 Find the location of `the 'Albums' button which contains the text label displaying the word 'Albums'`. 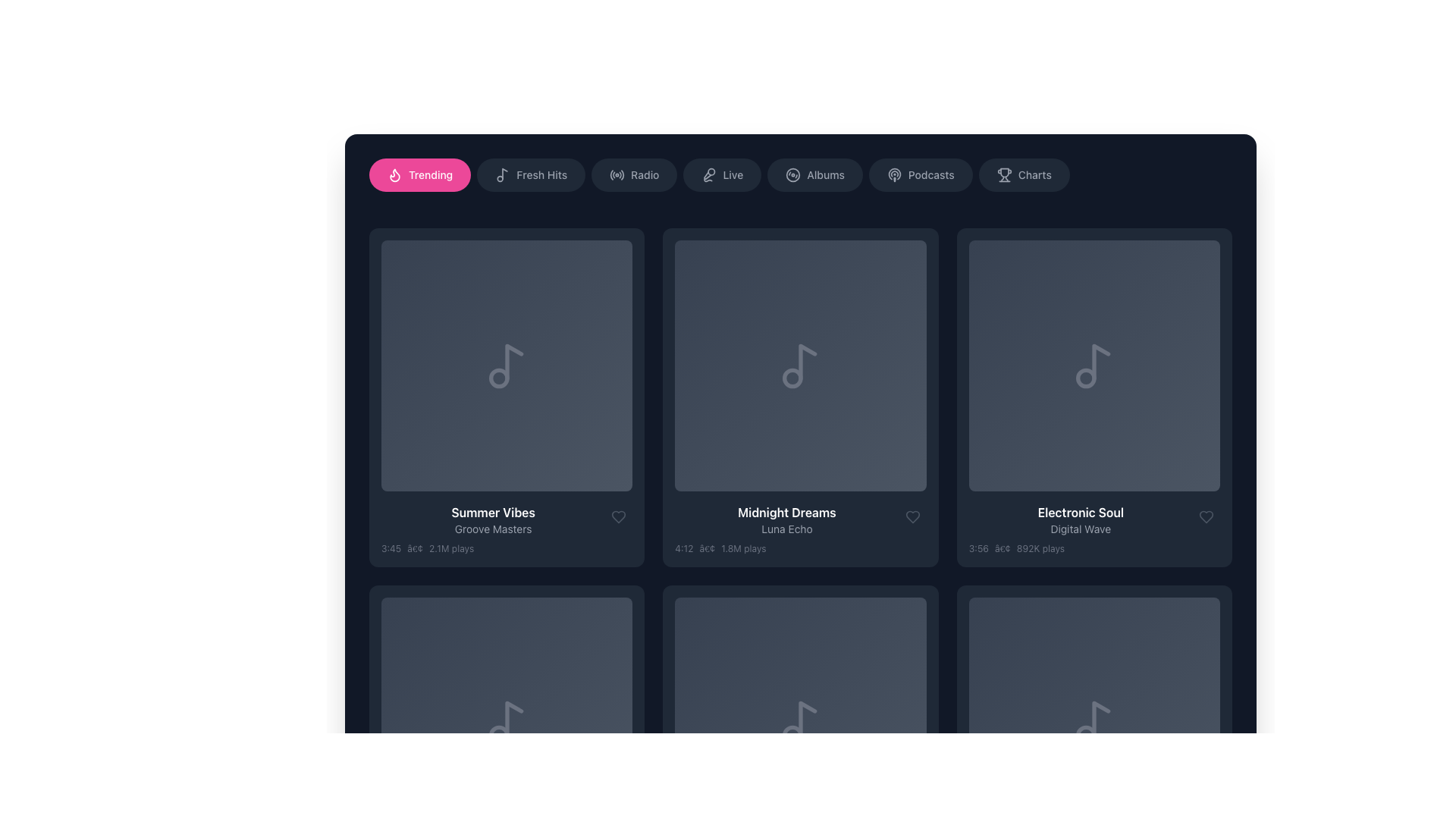

the 'Albums' button which contains the text label displaying the word 'Albums' is located at coordinates (825, 174).